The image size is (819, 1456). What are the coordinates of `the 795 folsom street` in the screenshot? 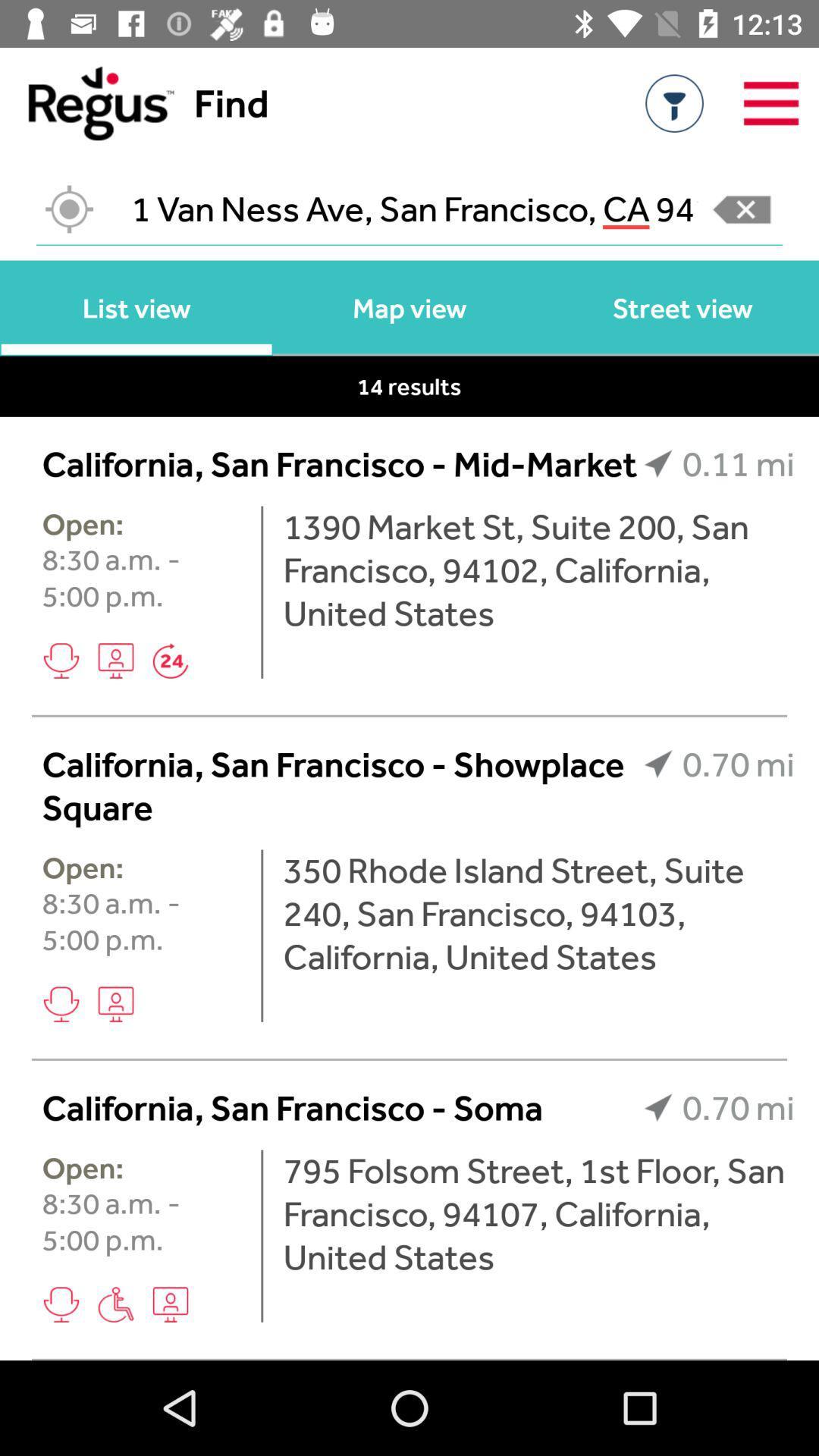 It's located at (538, 1213).